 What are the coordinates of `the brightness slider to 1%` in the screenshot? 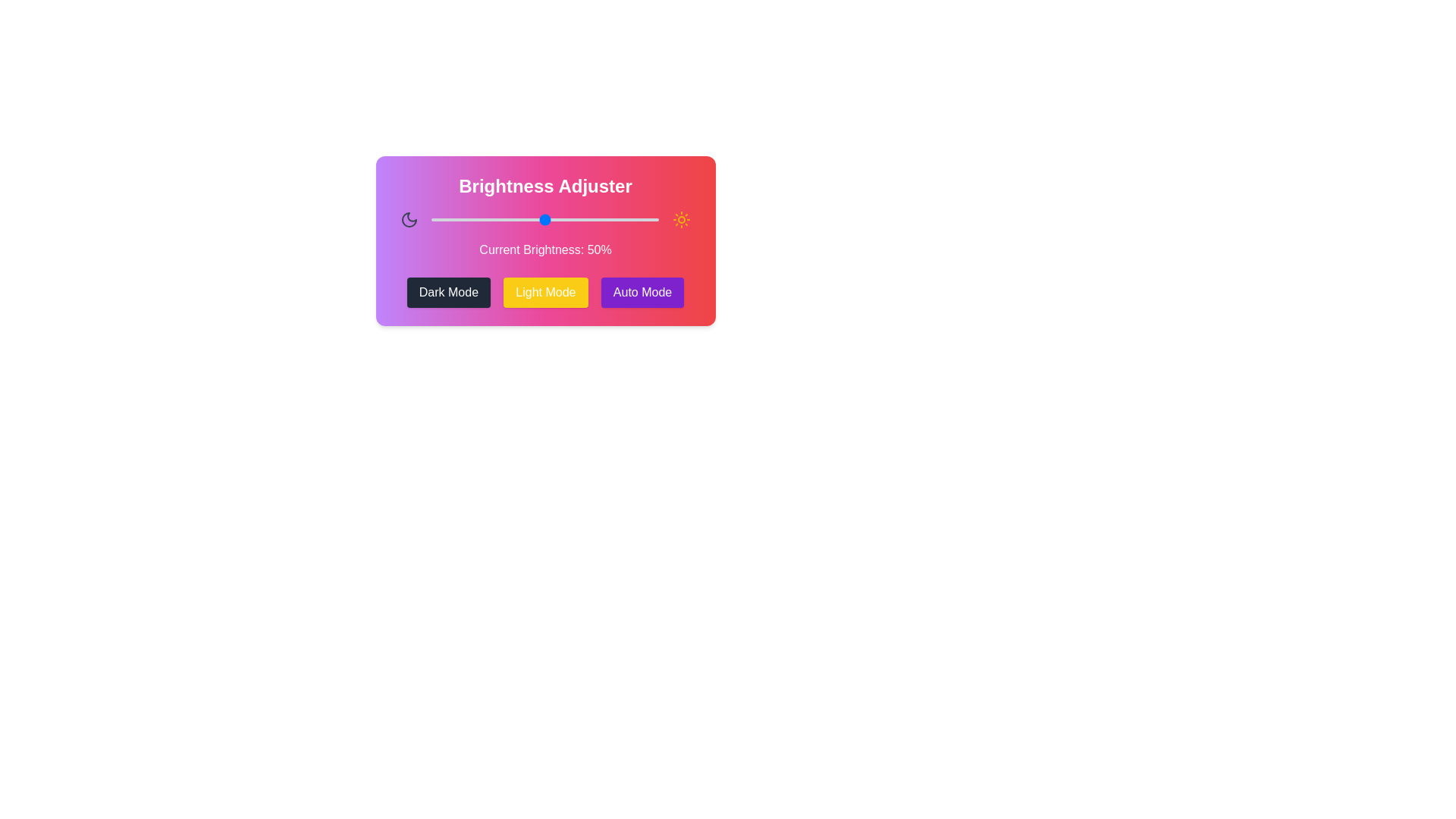 It's located at (432, 219).